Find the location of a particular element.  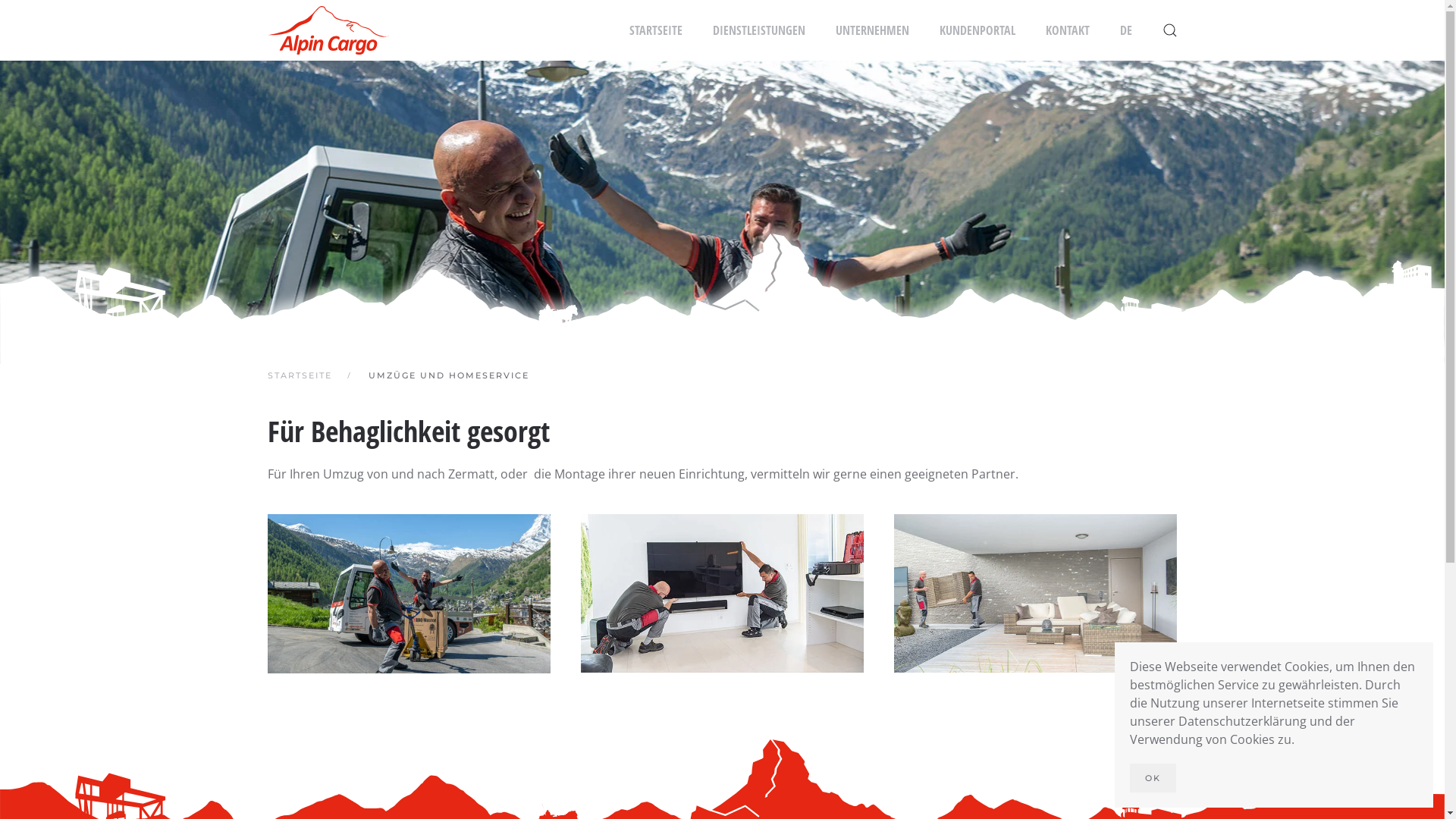

'DE' is located at coordinates (1125, 30).